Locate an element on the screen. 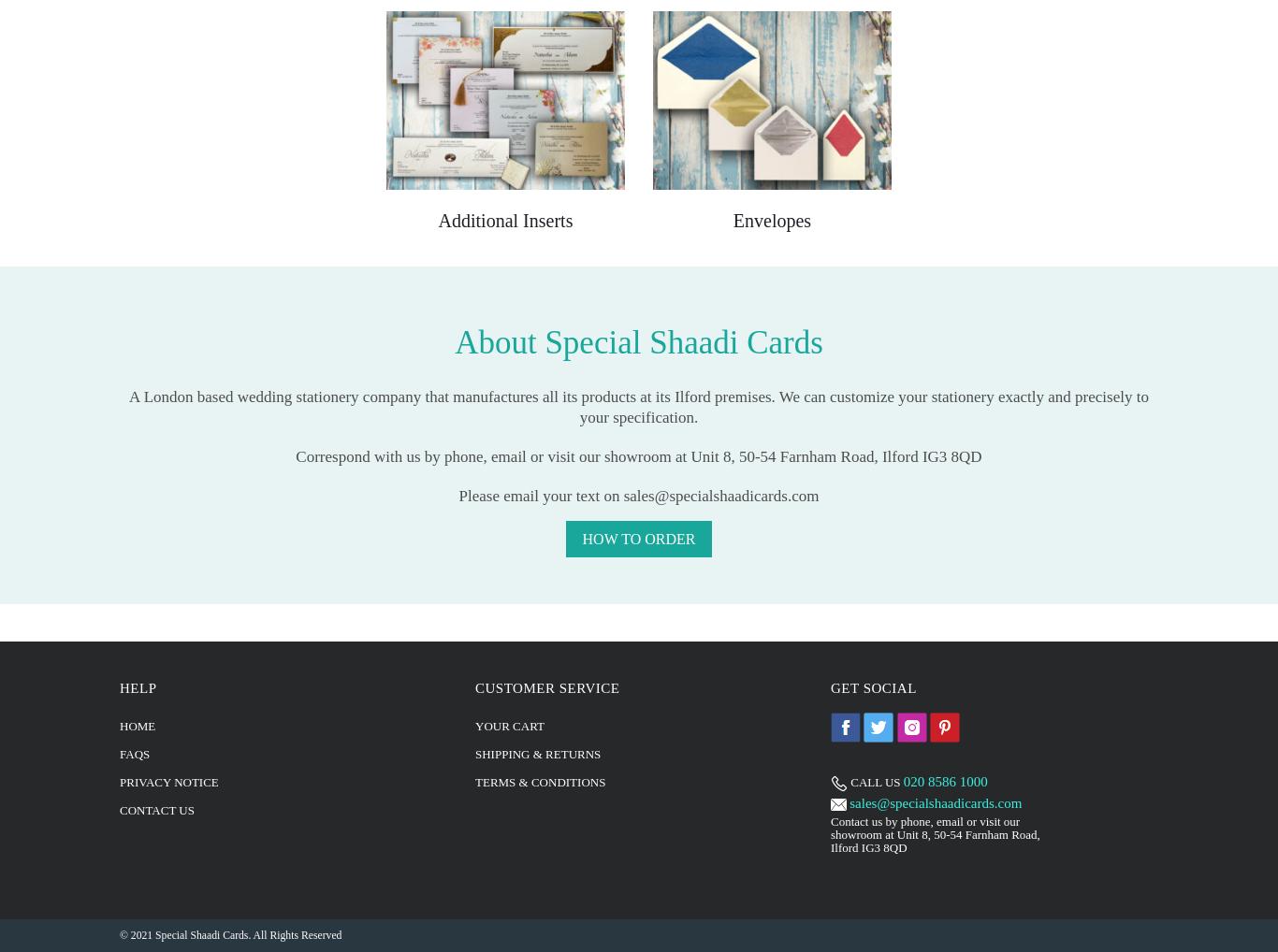 This screenshot has height=952, width=1278. 'Help' is located at coordinates (118, 685).